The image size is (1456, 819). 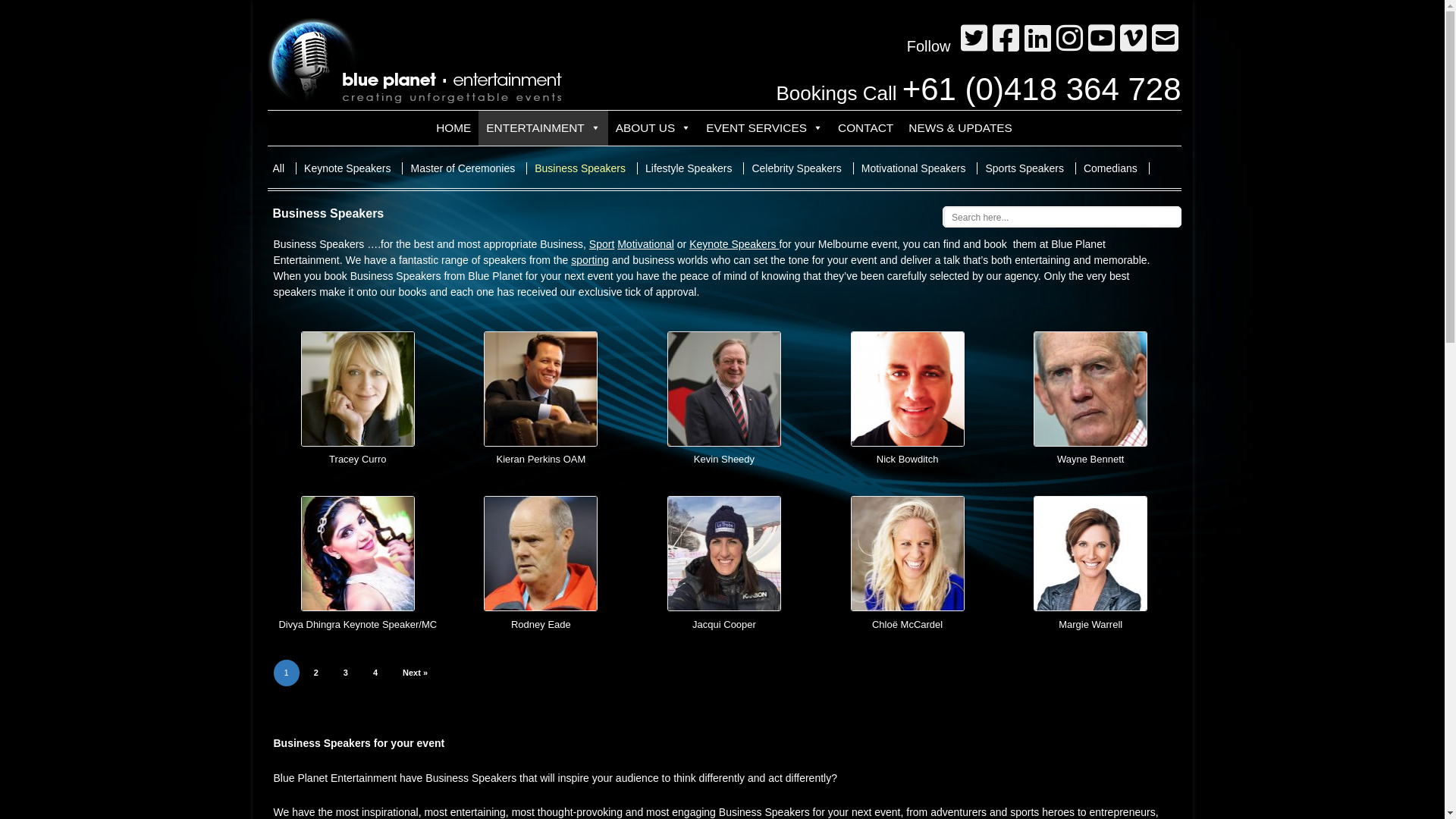 What do you see at coordinates (1090, 397) in the screenshot?
I see `'Wayne Bennett'` at bounding box center [1090, 397].